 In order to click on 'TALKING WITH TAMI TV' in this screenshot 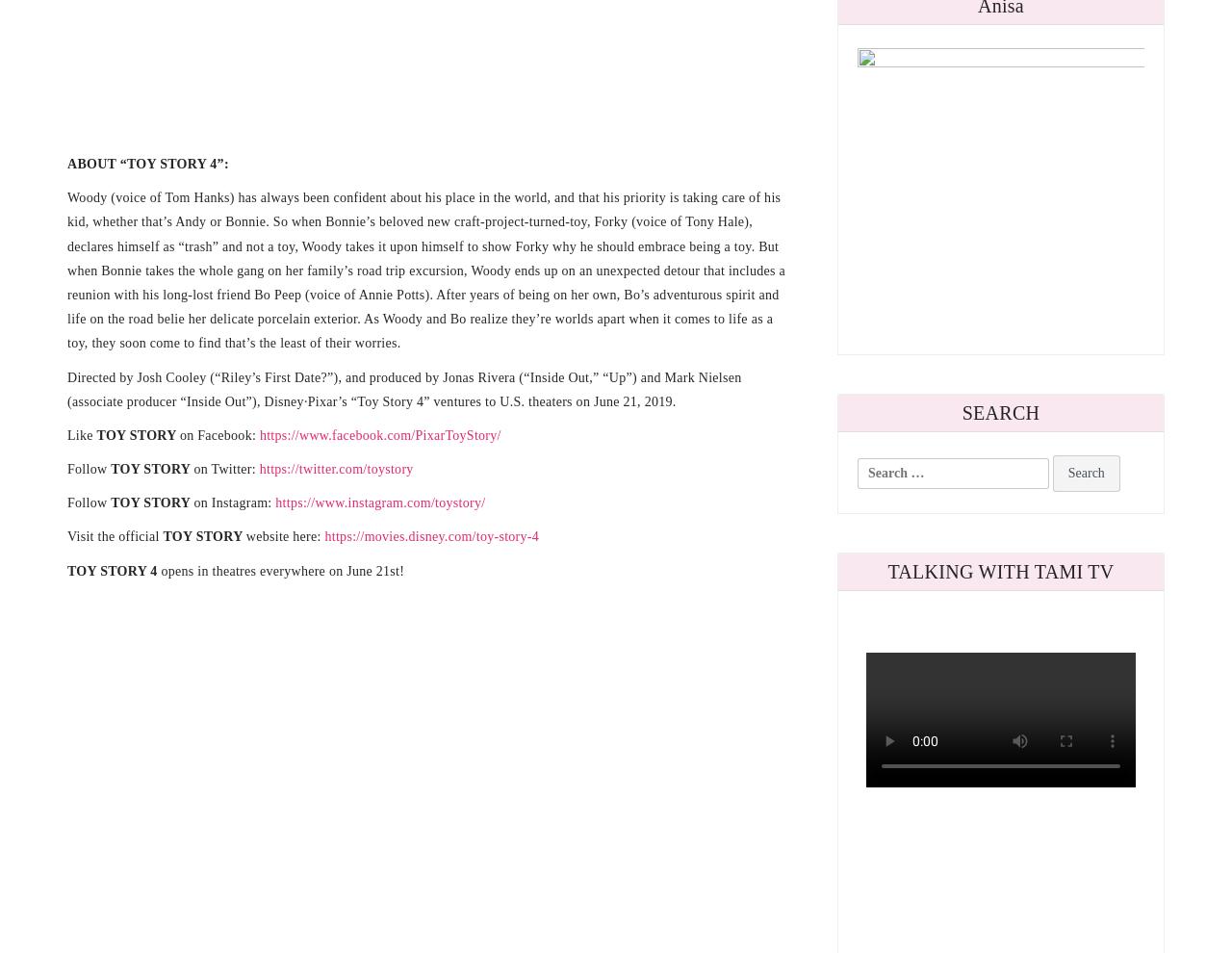, I will do `click(1000, 572)`.